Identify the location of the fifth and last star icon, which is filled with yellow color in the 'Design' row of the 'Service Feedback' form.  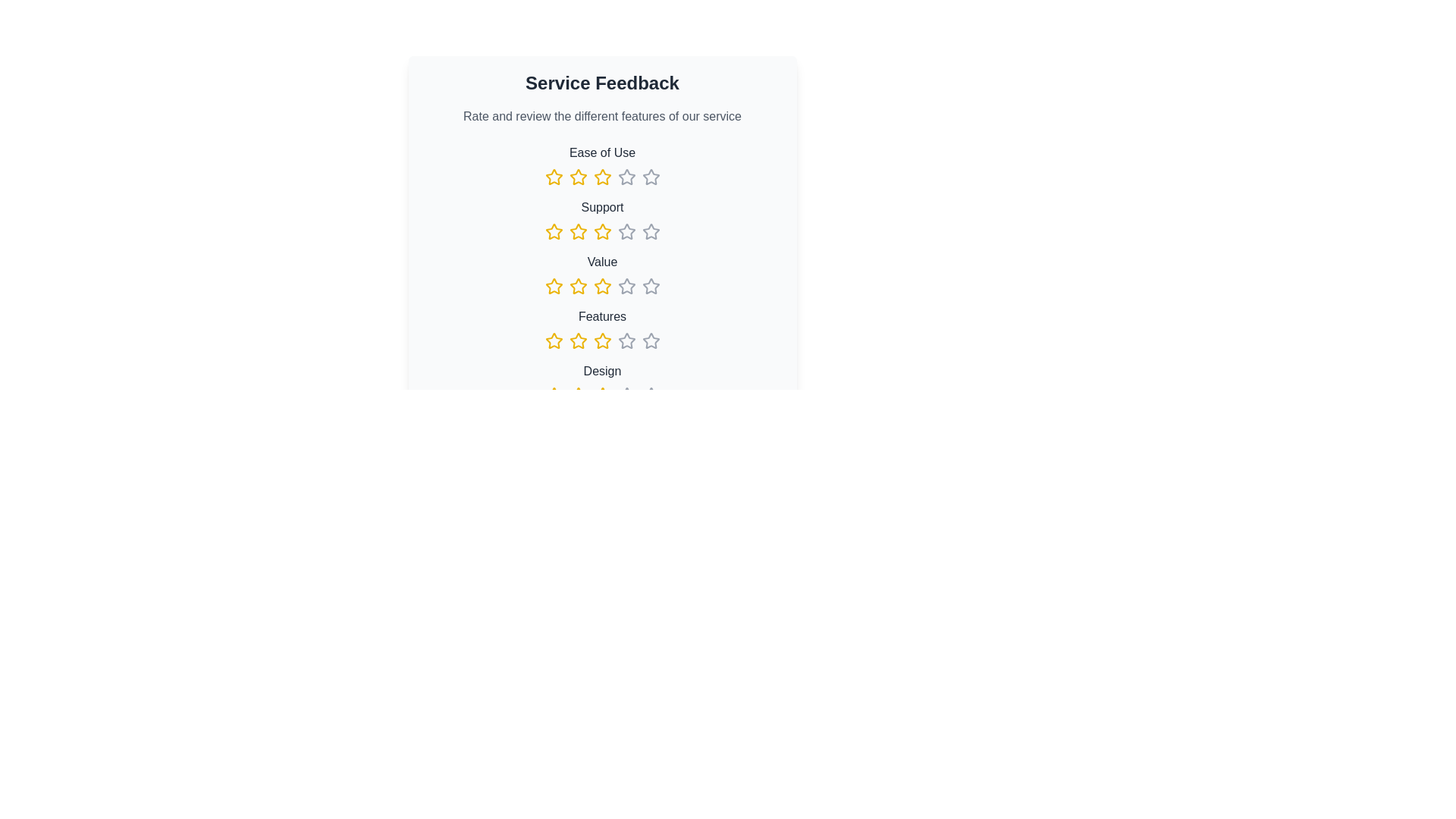
(601, 394).